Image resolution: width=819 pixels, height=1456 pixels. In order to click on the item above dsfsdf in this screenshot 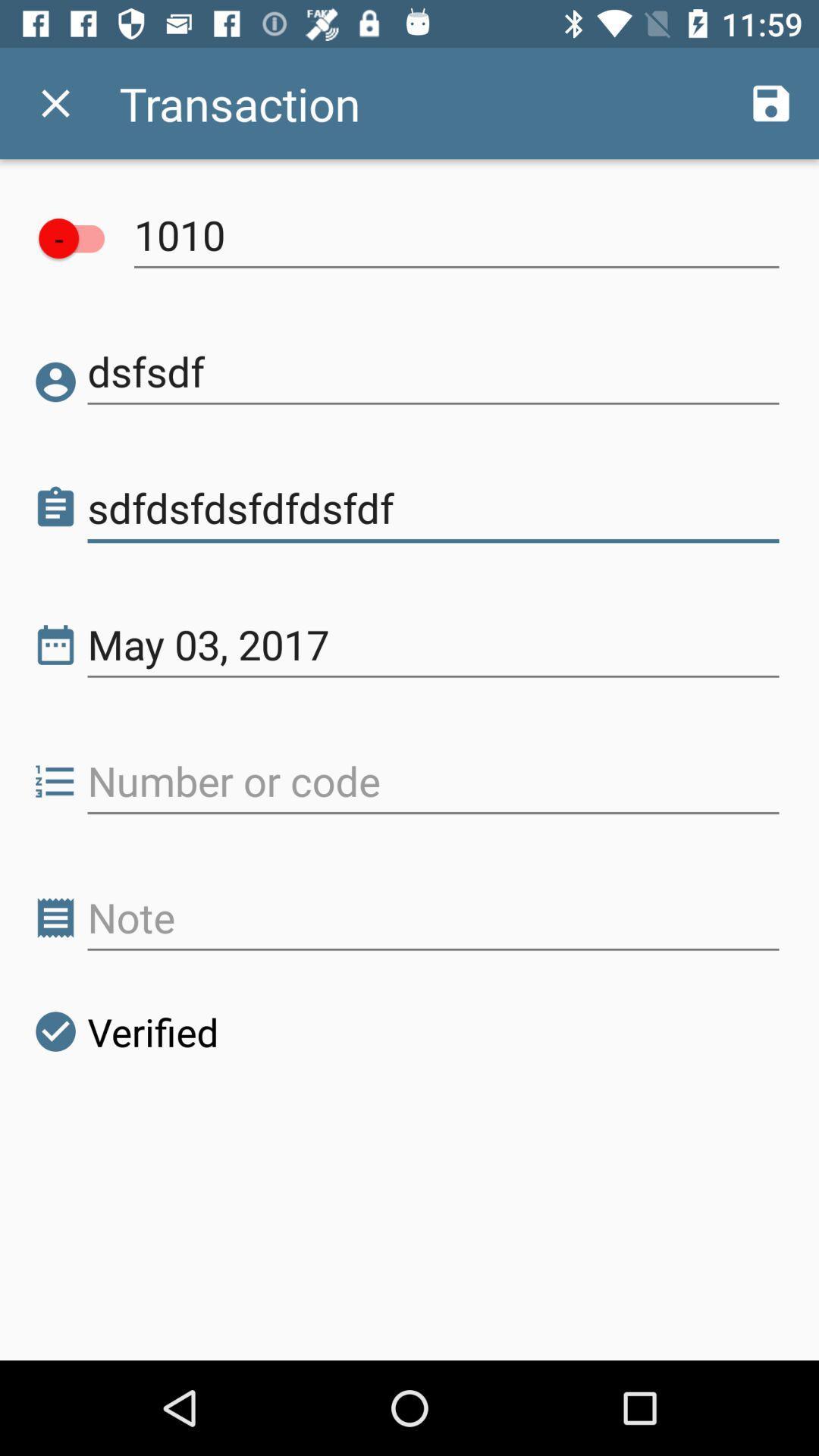, I will do `click(456, 234)`.